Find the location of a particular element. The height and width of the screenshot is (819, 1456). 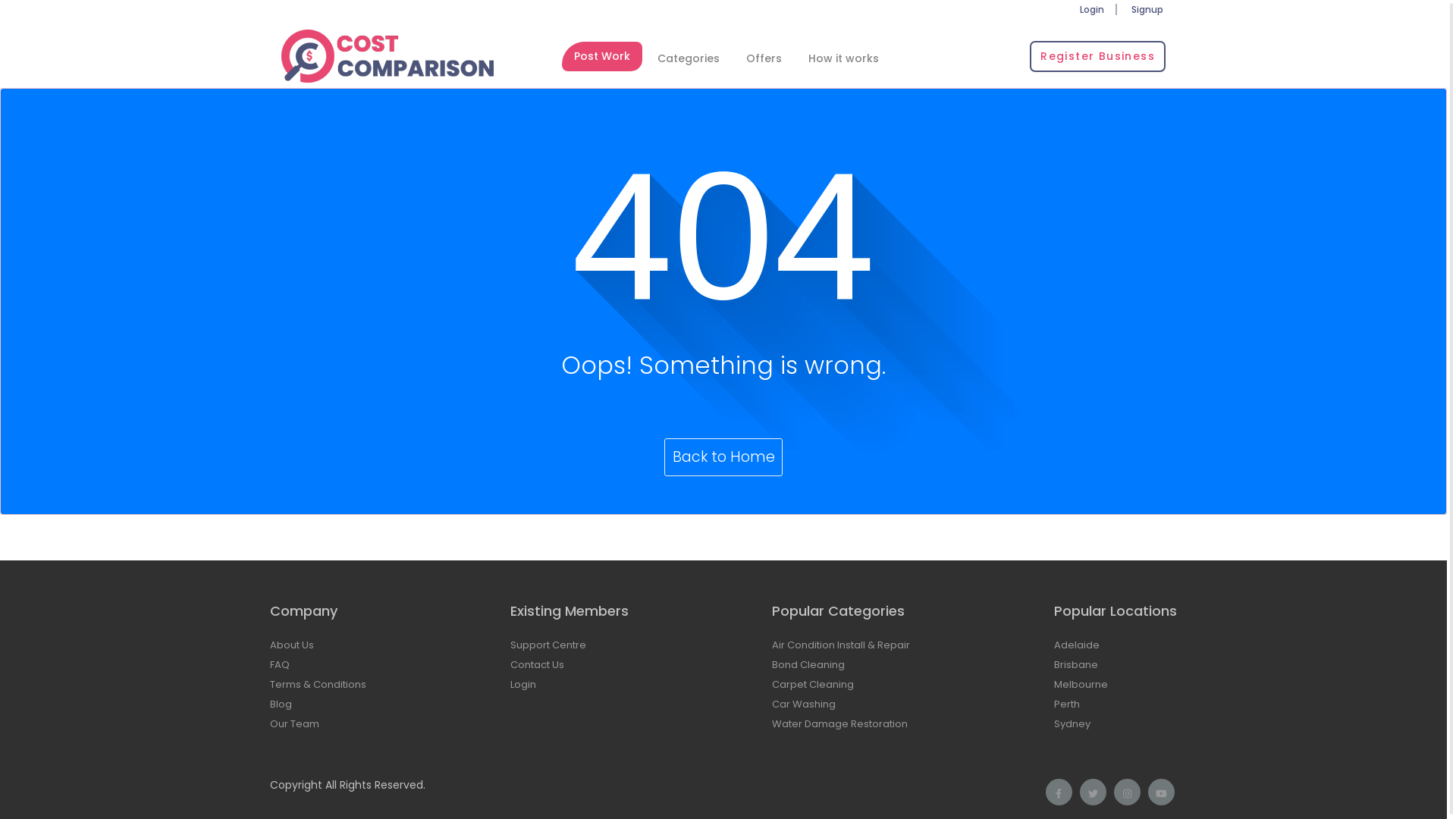

'Register Business' is located at coordinates (1097, 55).